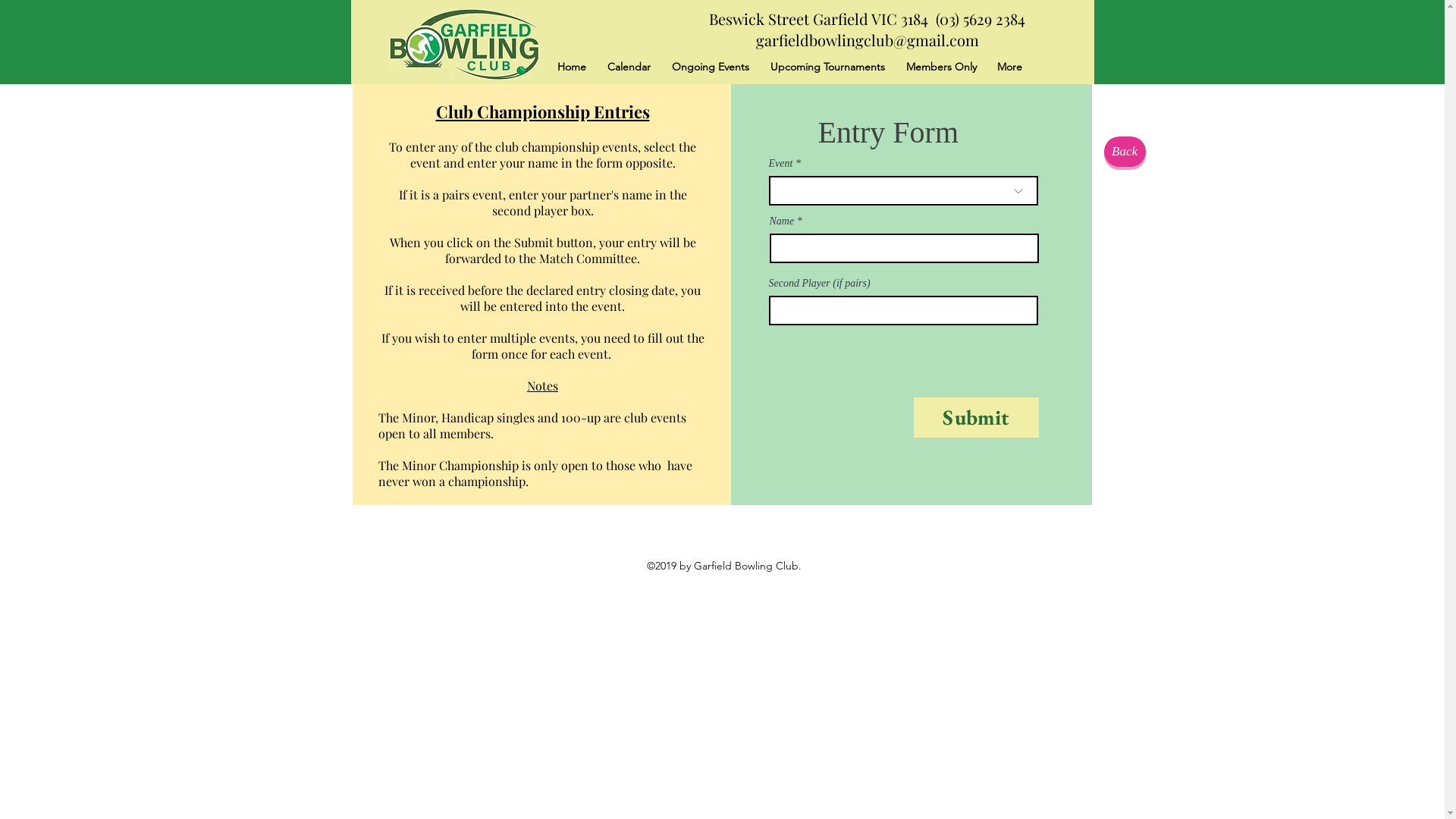 Image resolution: width=1456 pixels, height=819 pixels. Describe the element at coordinates (1125, 152) in the screenshot. I see `'Back'` at that location.